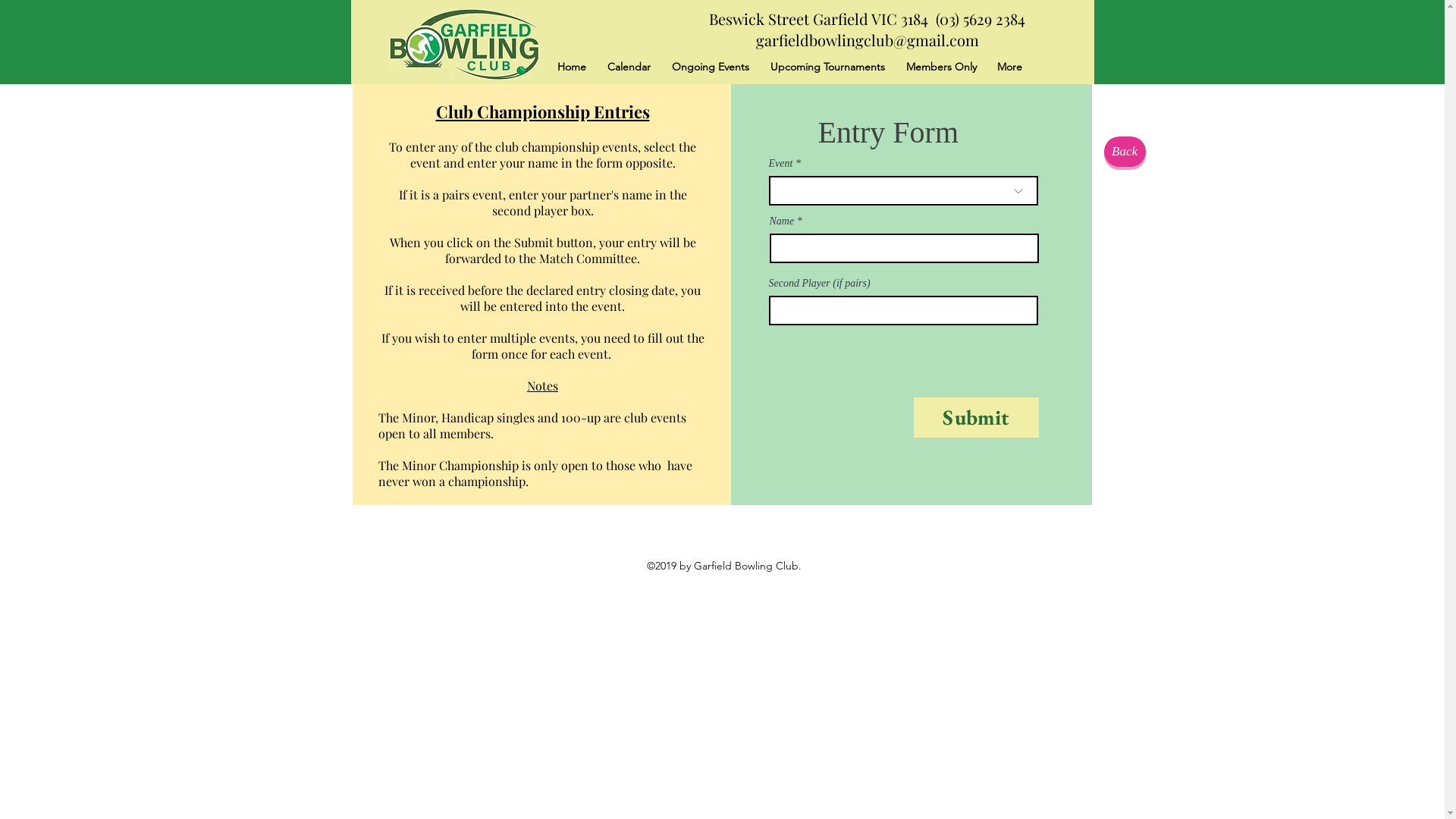 Image resolution: width=1456 pixels, height=819 pixels. Describe the element at coordinates (1125, 152) in the screenshot. I see `'Back'` at that location.